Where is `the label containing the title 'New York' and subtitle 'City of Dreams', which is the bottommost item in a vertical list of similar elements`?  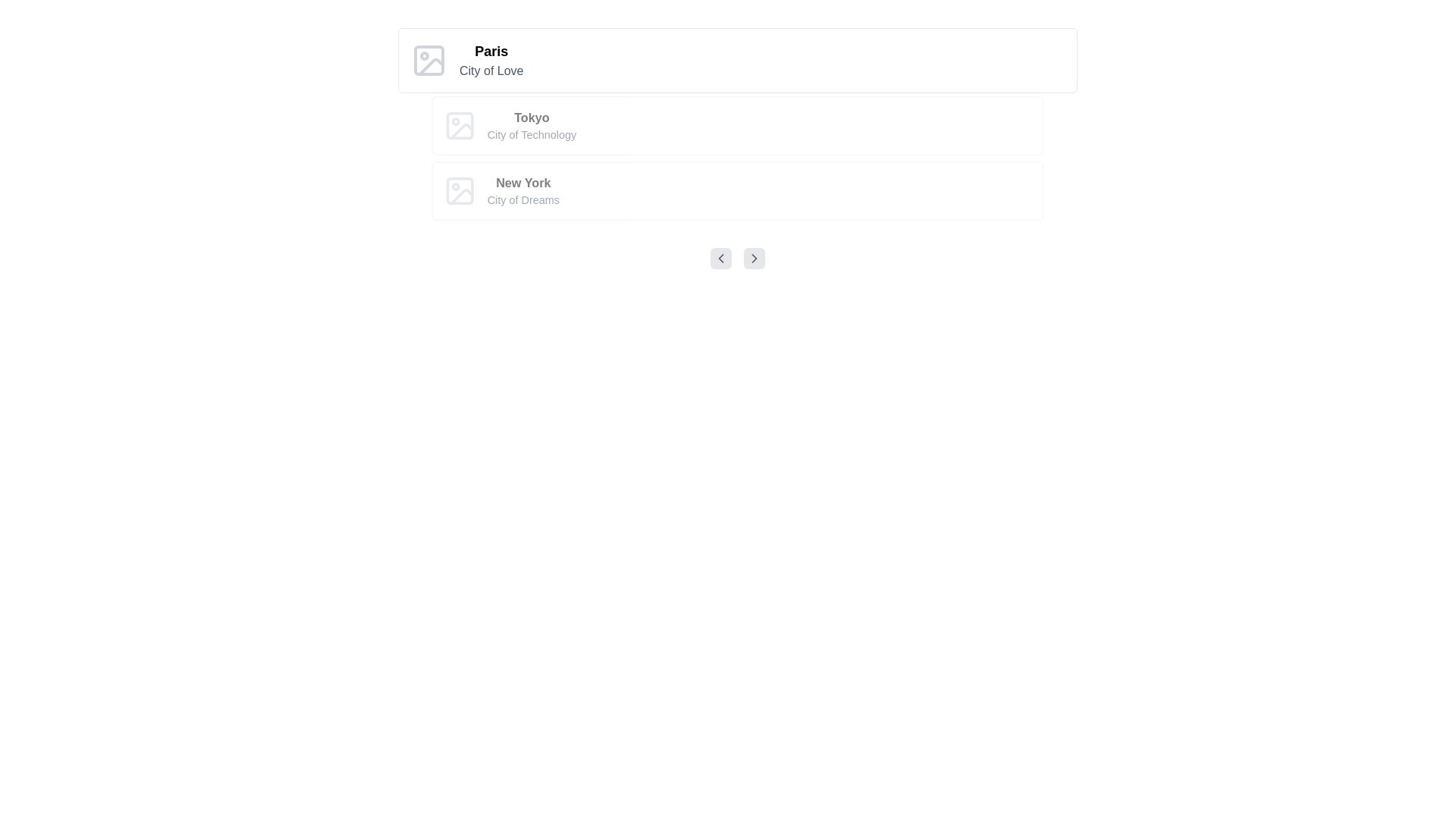 the label containing the title 'New York' and subtitle 'City of Dreams', which is the bottommost item in a vertical list of similar elements is located at coordinates (523, 190).